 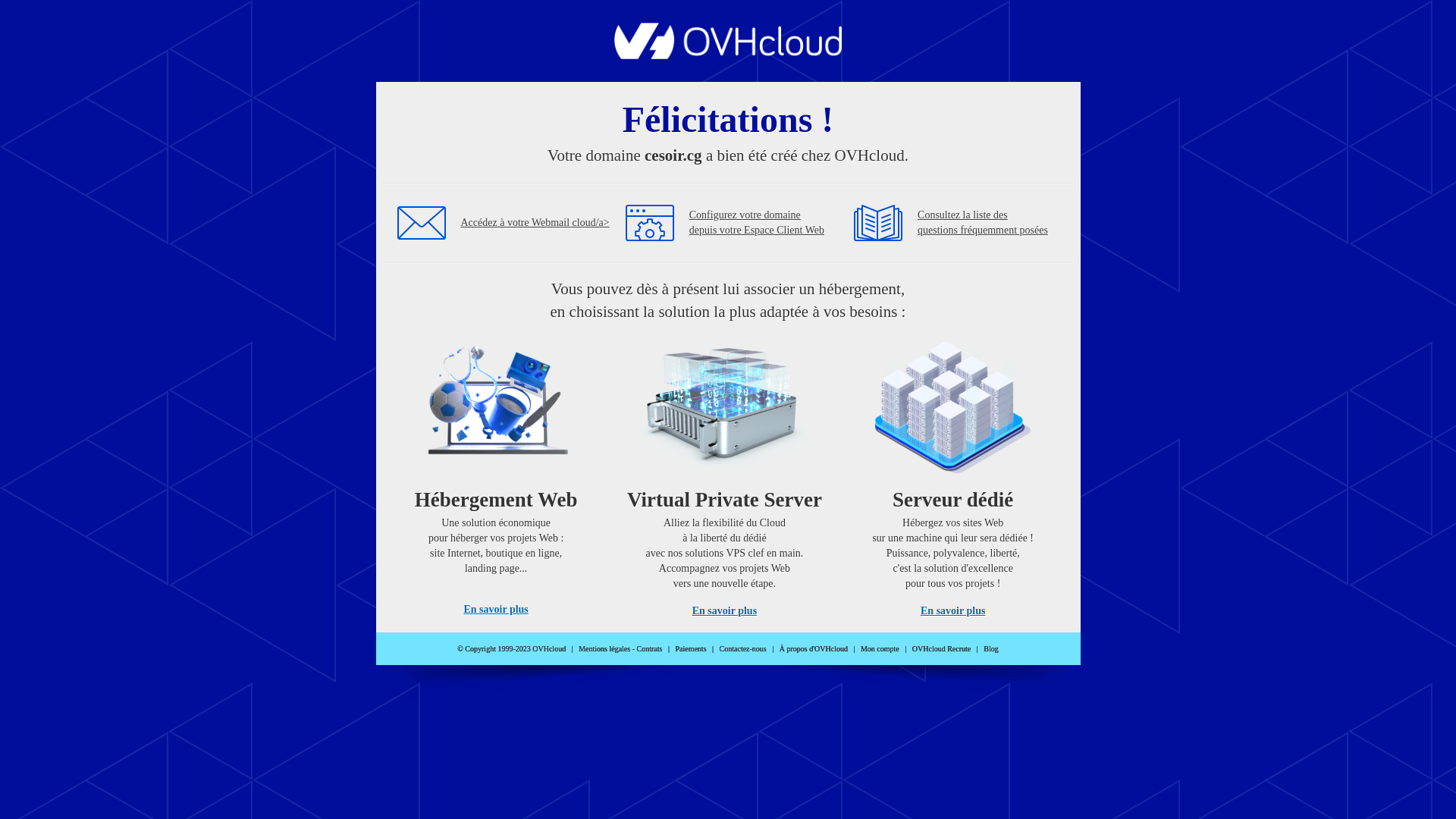 I want to click on 'Paiements', so click(x=689, y=648).